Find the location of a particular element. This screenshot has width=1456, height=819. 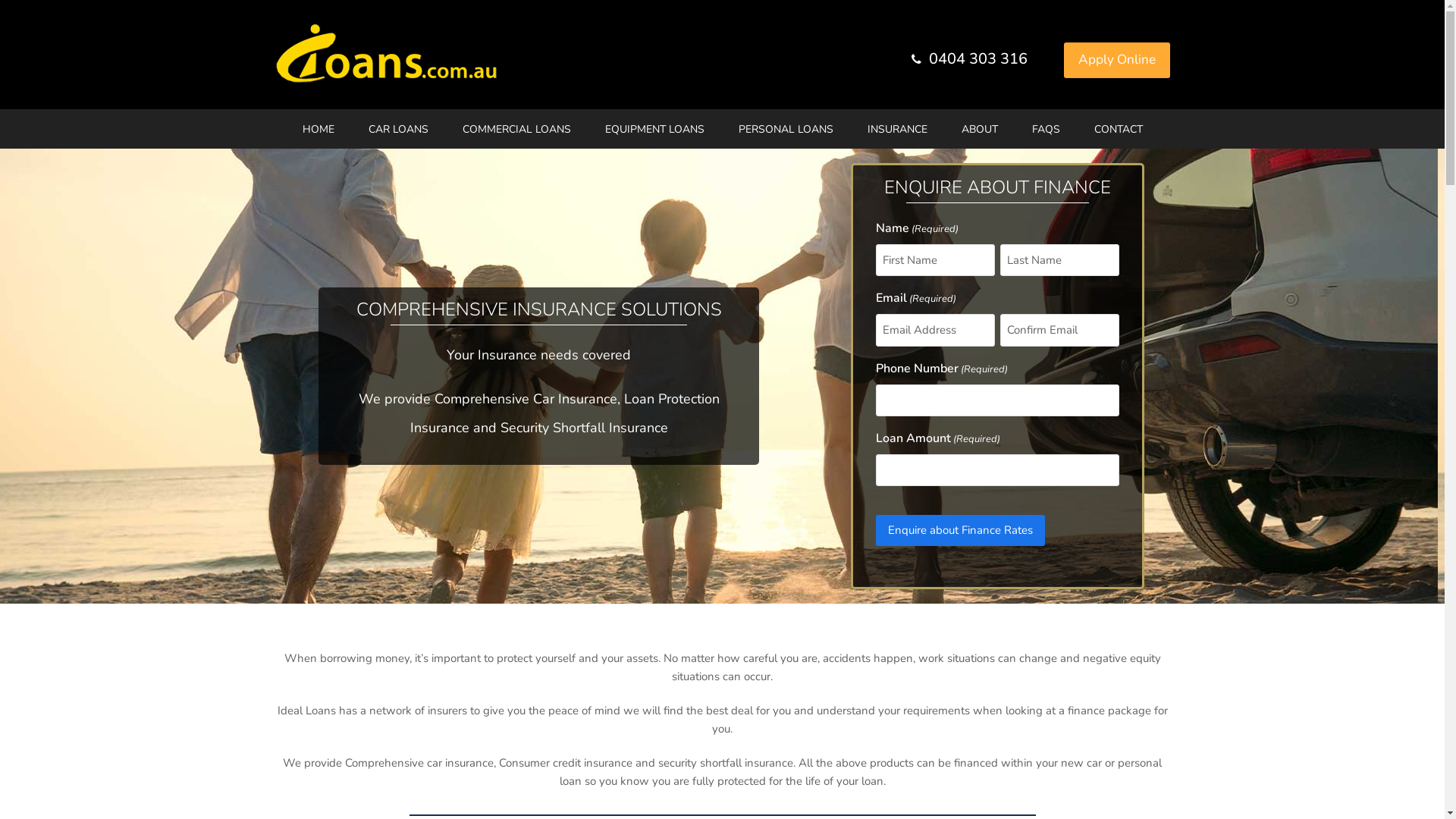

'COMMERCIAL LOANS' is located at coordinates (516, 127).